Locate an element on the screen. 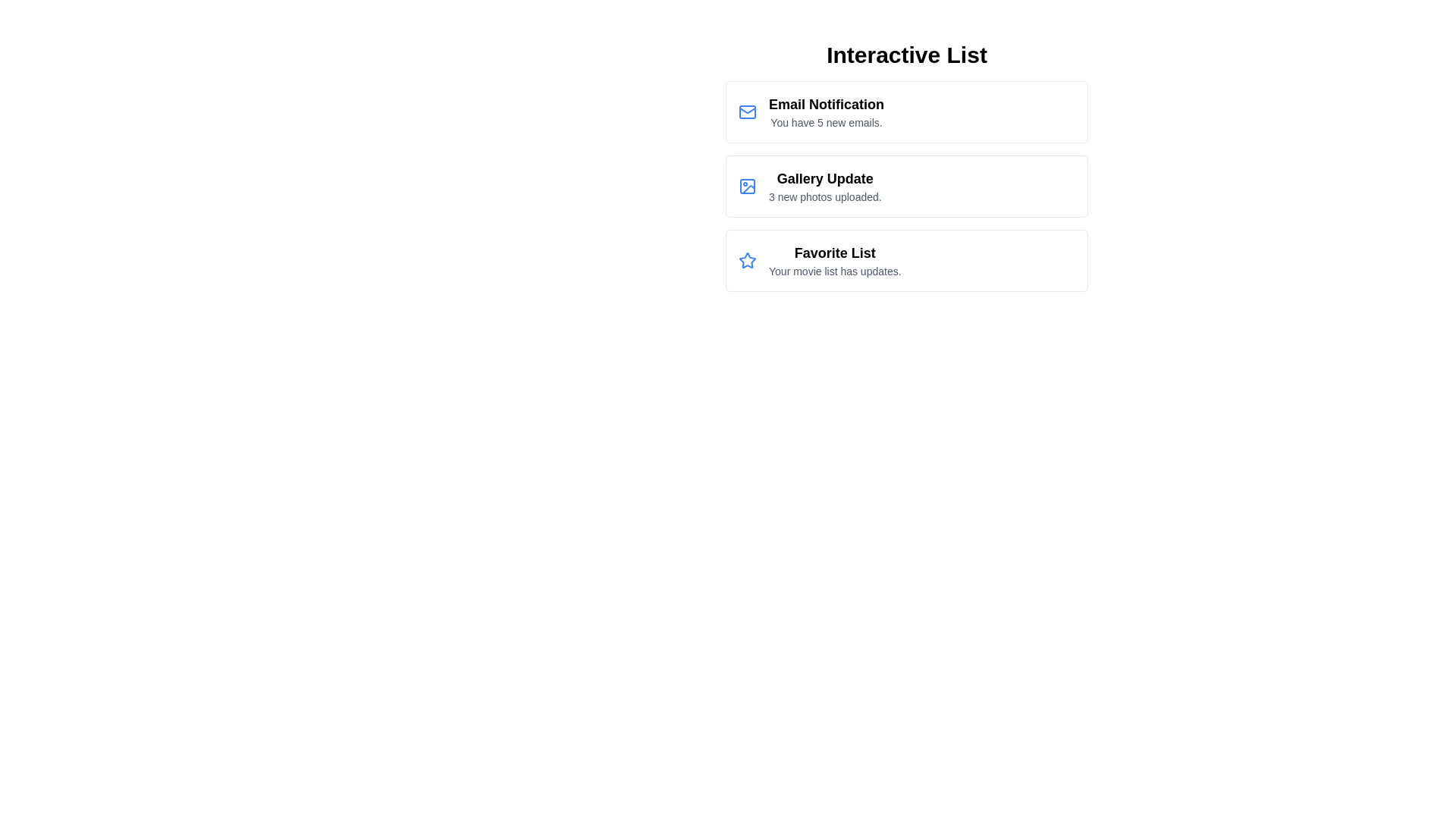  the icon corresponding to Email Notification in the list is located at coordinates (747, 111).